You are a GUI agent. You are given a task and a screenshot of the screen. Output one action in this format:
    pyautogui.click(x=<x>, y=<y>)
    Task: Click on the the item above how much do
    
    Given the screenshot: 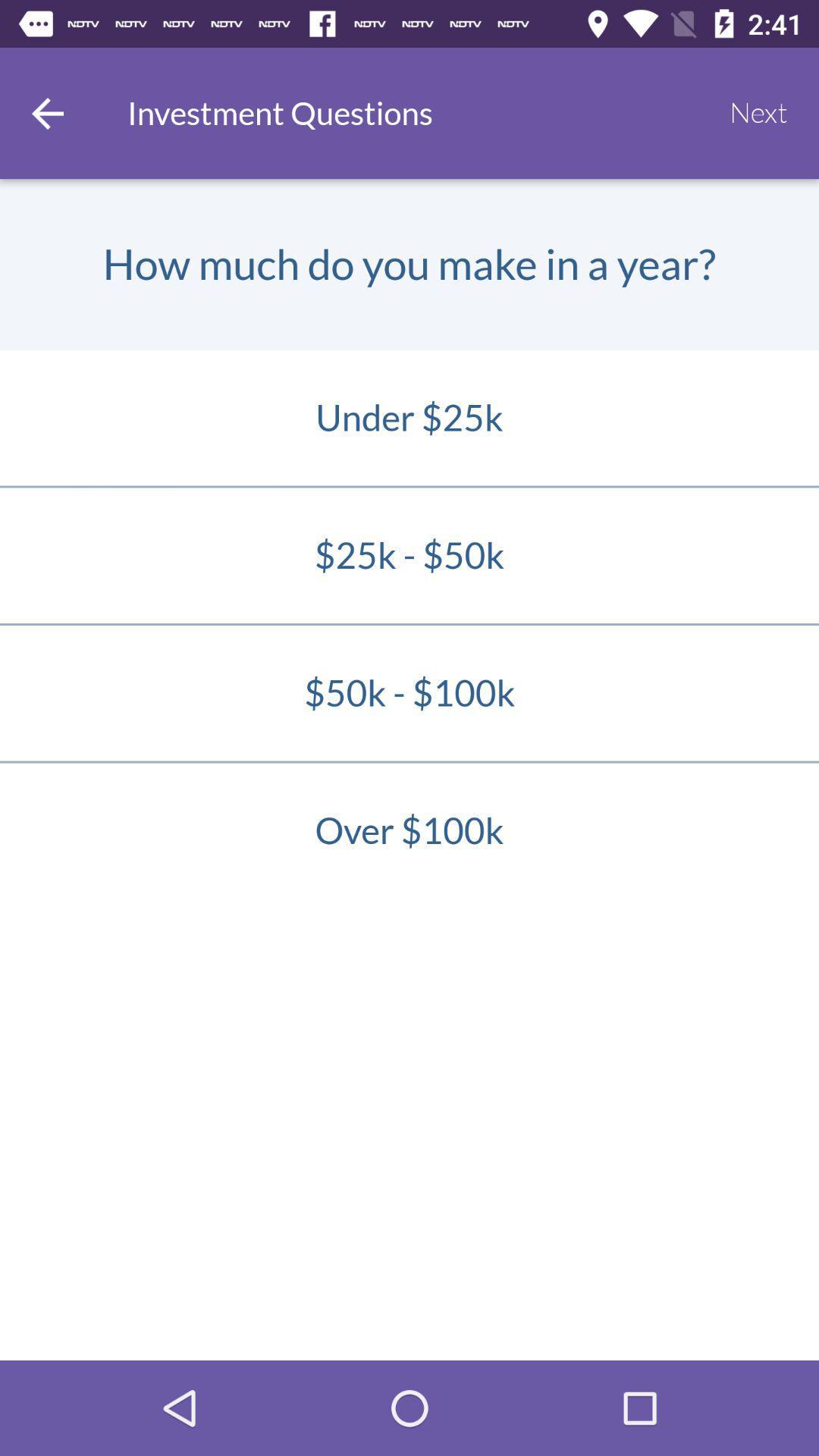 What is the action you would take?
    pyautogui.click(x=46, y=112)
    